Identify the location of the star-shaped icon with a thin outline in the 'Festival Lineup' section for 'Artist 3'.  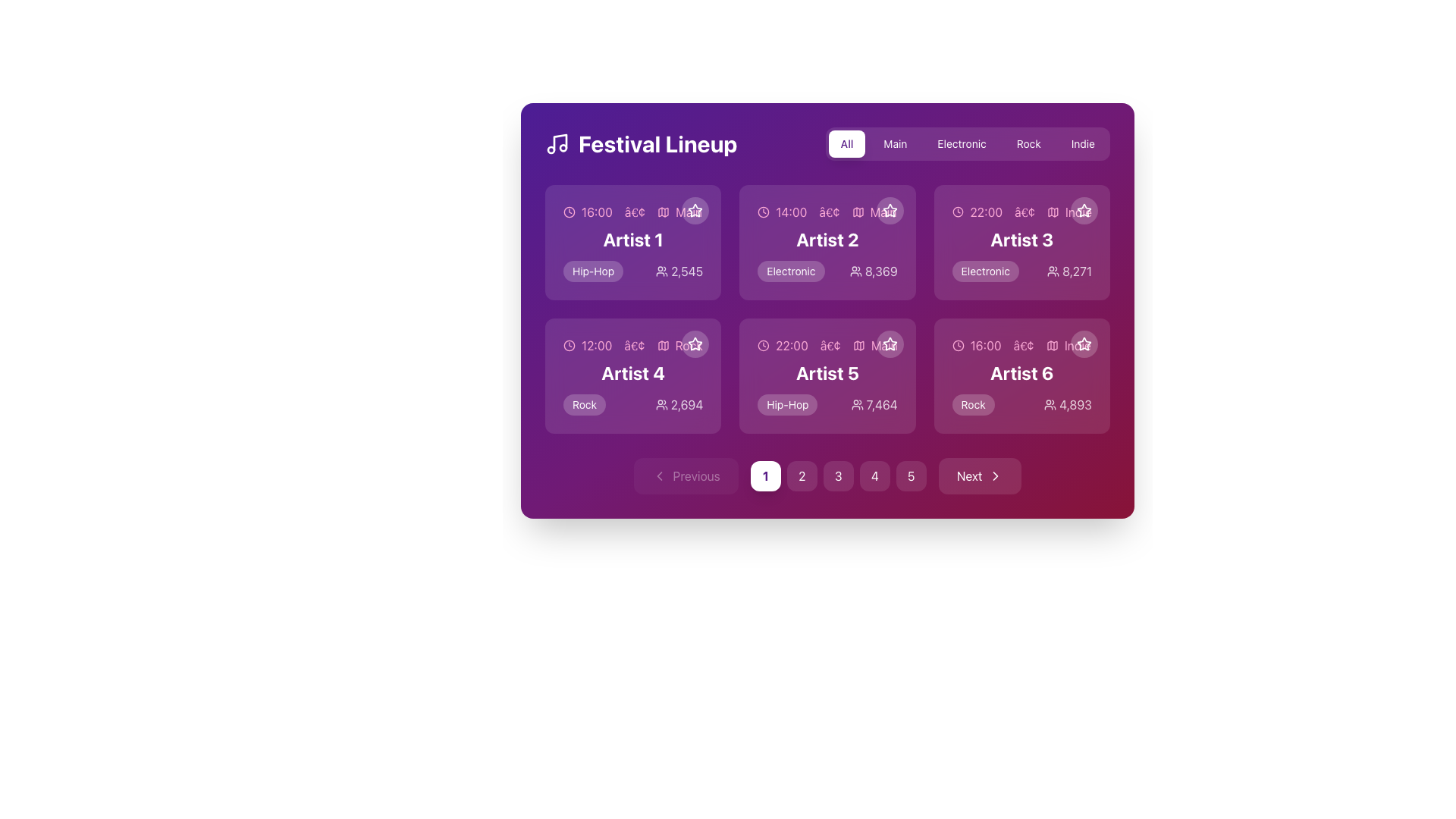
(1084, 210).